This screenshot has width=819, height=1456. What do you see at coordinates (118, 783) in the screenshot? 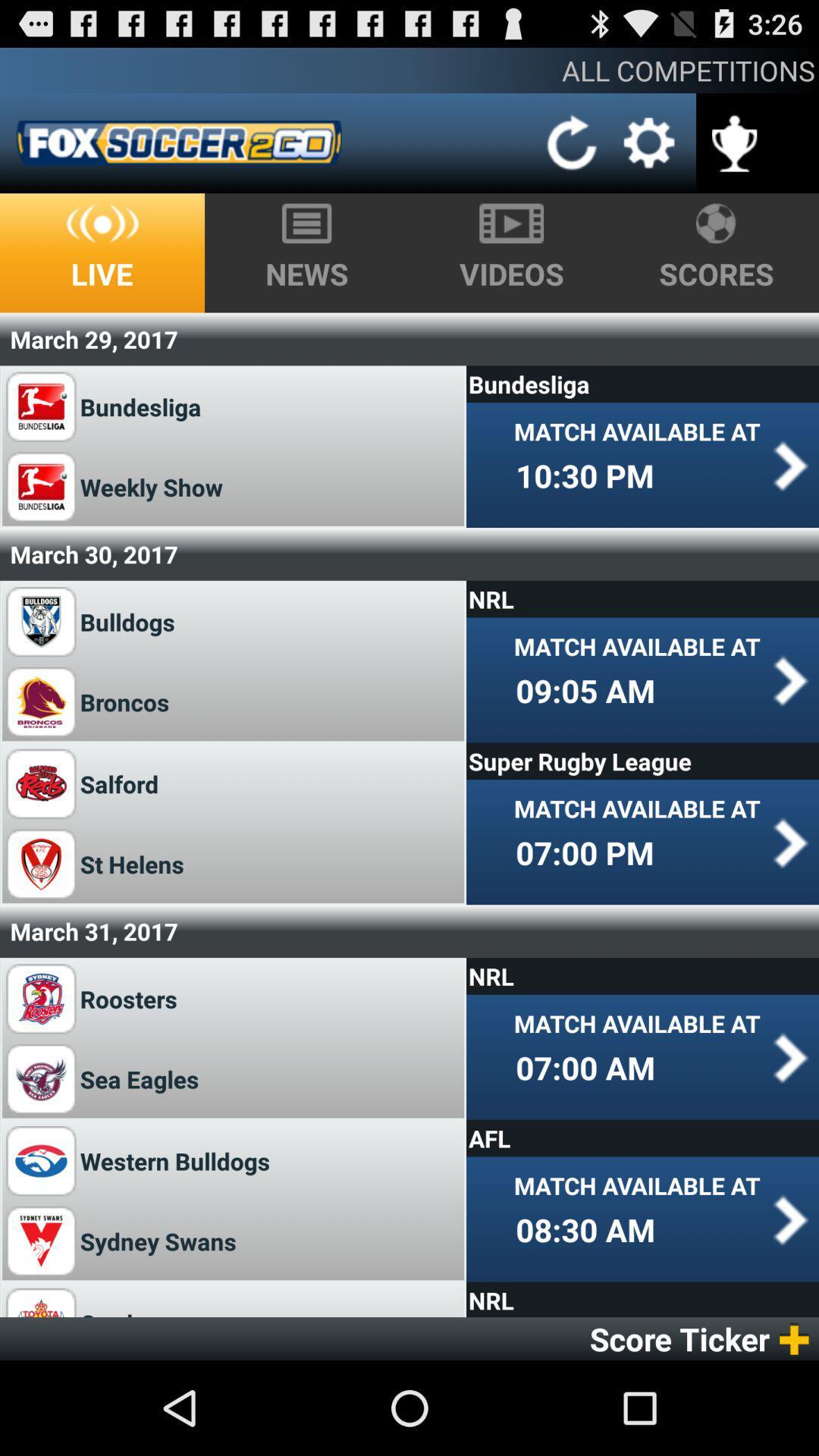
I see `app next to the super rugby league icon` at bounding box center [118, 783].